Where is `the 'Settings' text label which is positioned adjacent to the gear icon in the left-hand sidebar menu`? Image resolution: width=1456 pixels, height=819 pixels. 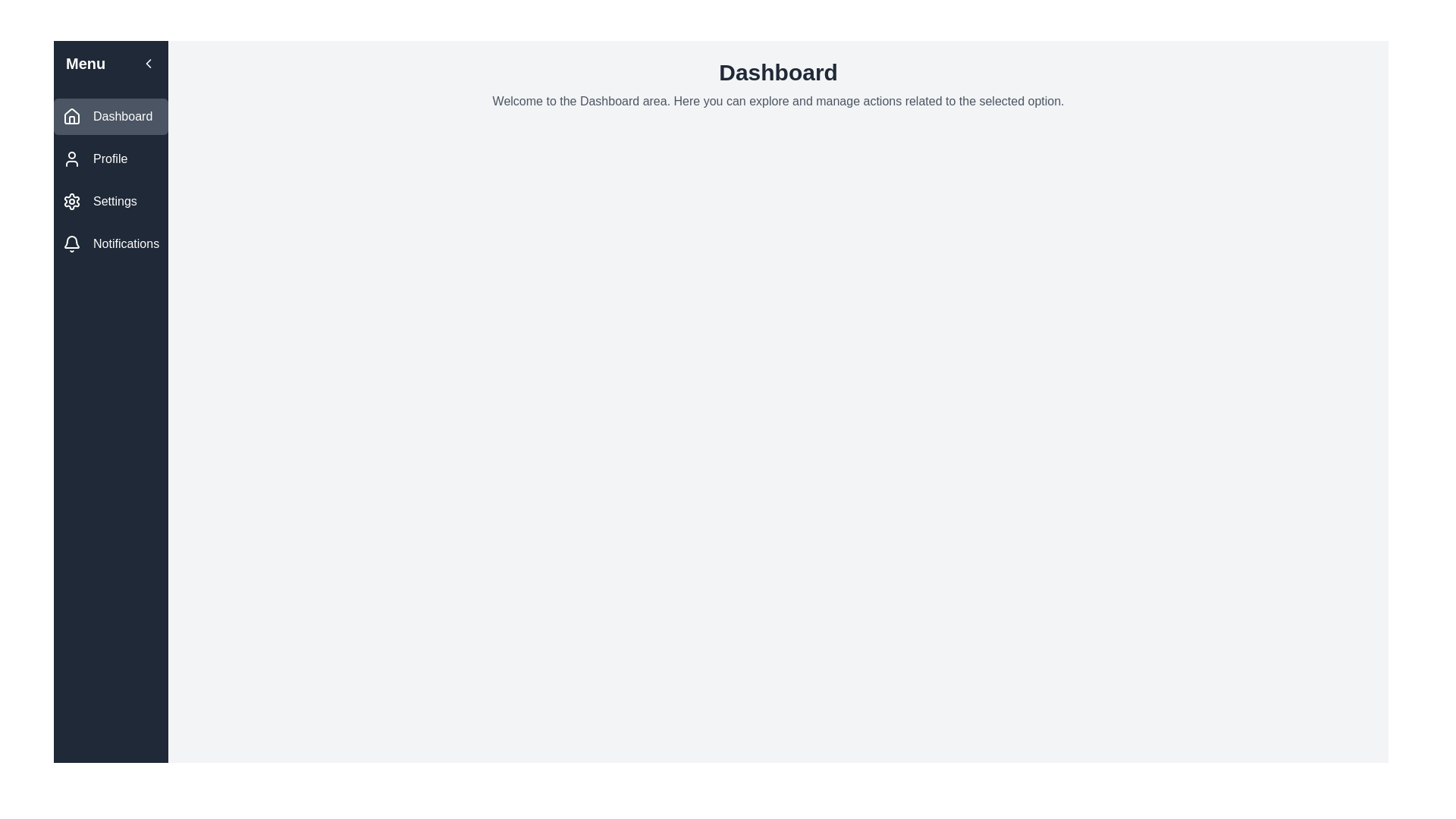
the 'Settings' text label which is positioned adjacent to the gear icon in the left-hand sidebar menu is located at coordinates (114, 201).